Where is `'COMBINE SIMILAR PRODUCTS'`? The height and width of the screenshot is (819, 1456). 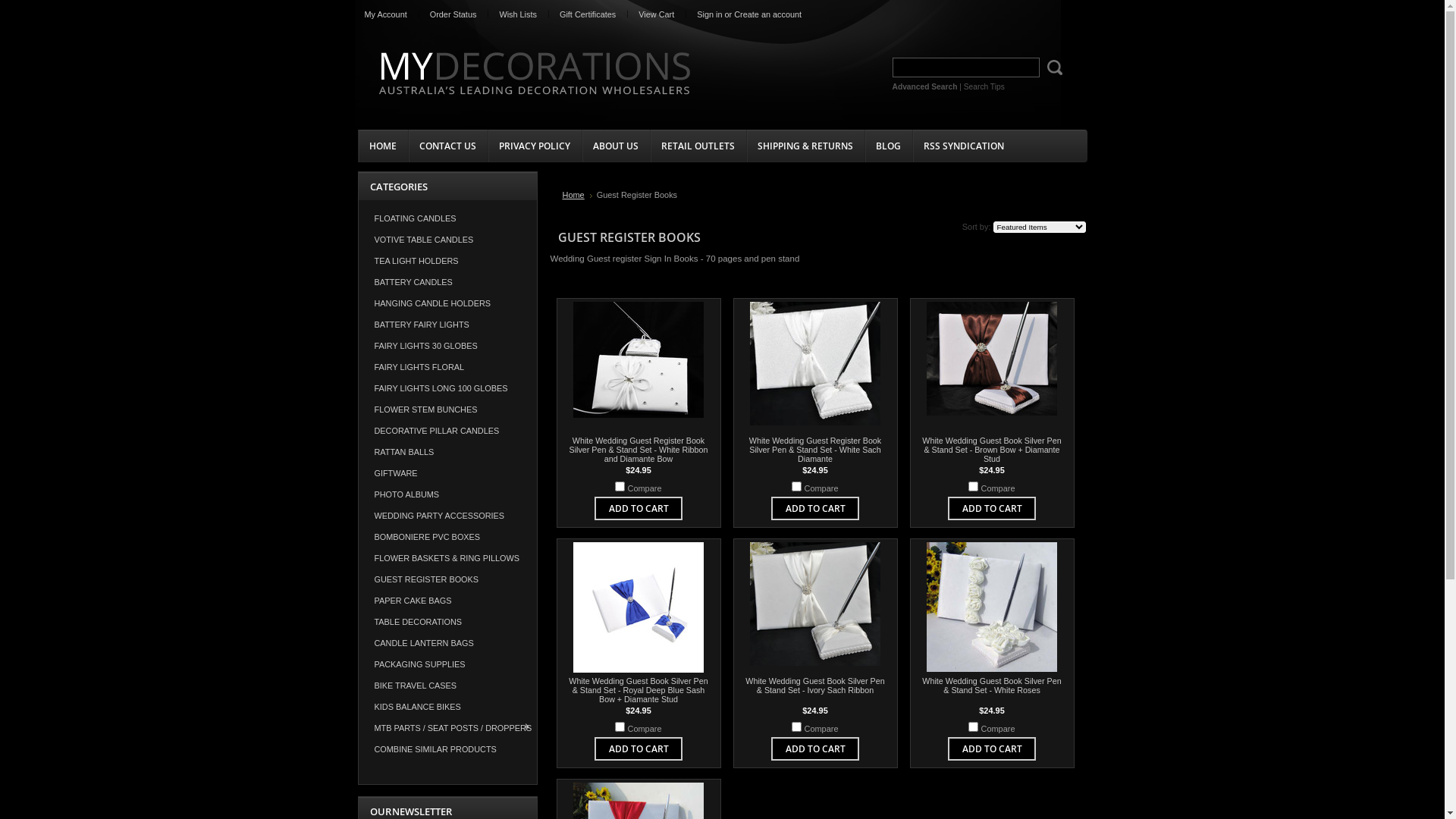
'COMBINE SIMILAR PRODUCTS' is located at coordinates (447, 748).